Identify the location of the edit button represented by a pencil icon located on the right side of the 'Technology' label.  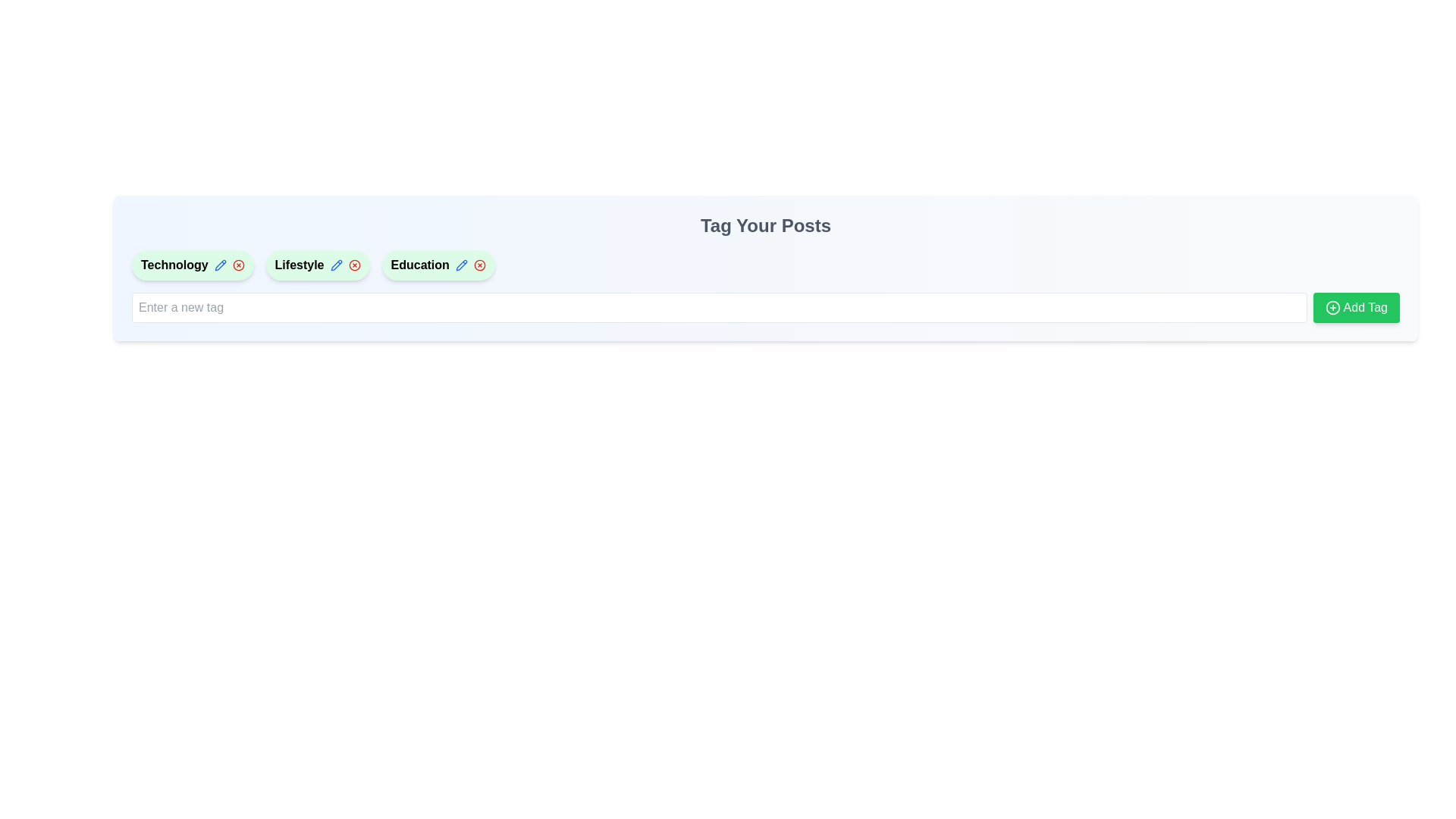
(219, 265).